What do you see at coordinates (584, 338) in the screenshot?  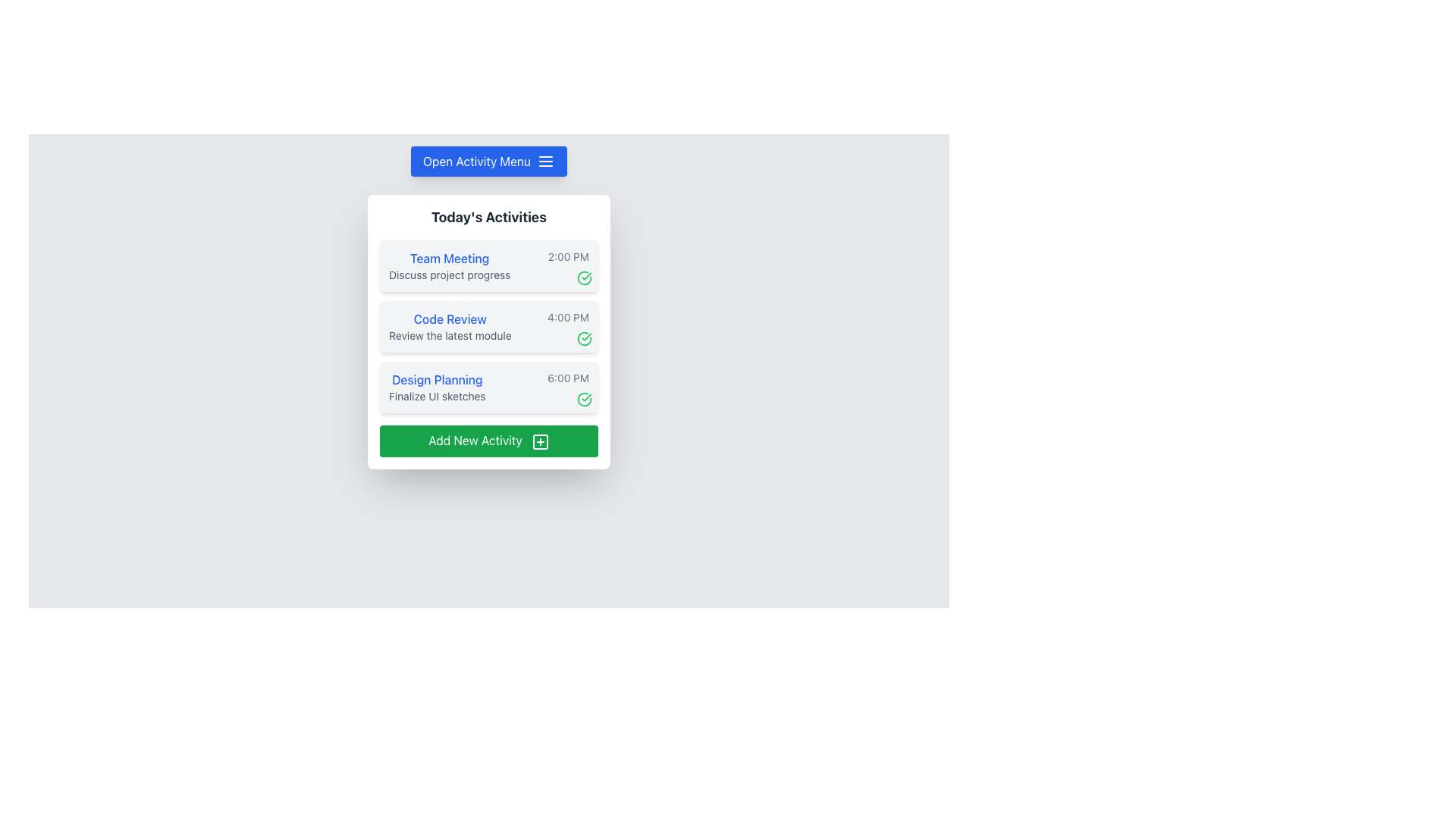 I see `the green circular icon with a checkmark inside it, located at the bottom-right corner of the 'Code Review' activity card` at bounding box center [584, 338].